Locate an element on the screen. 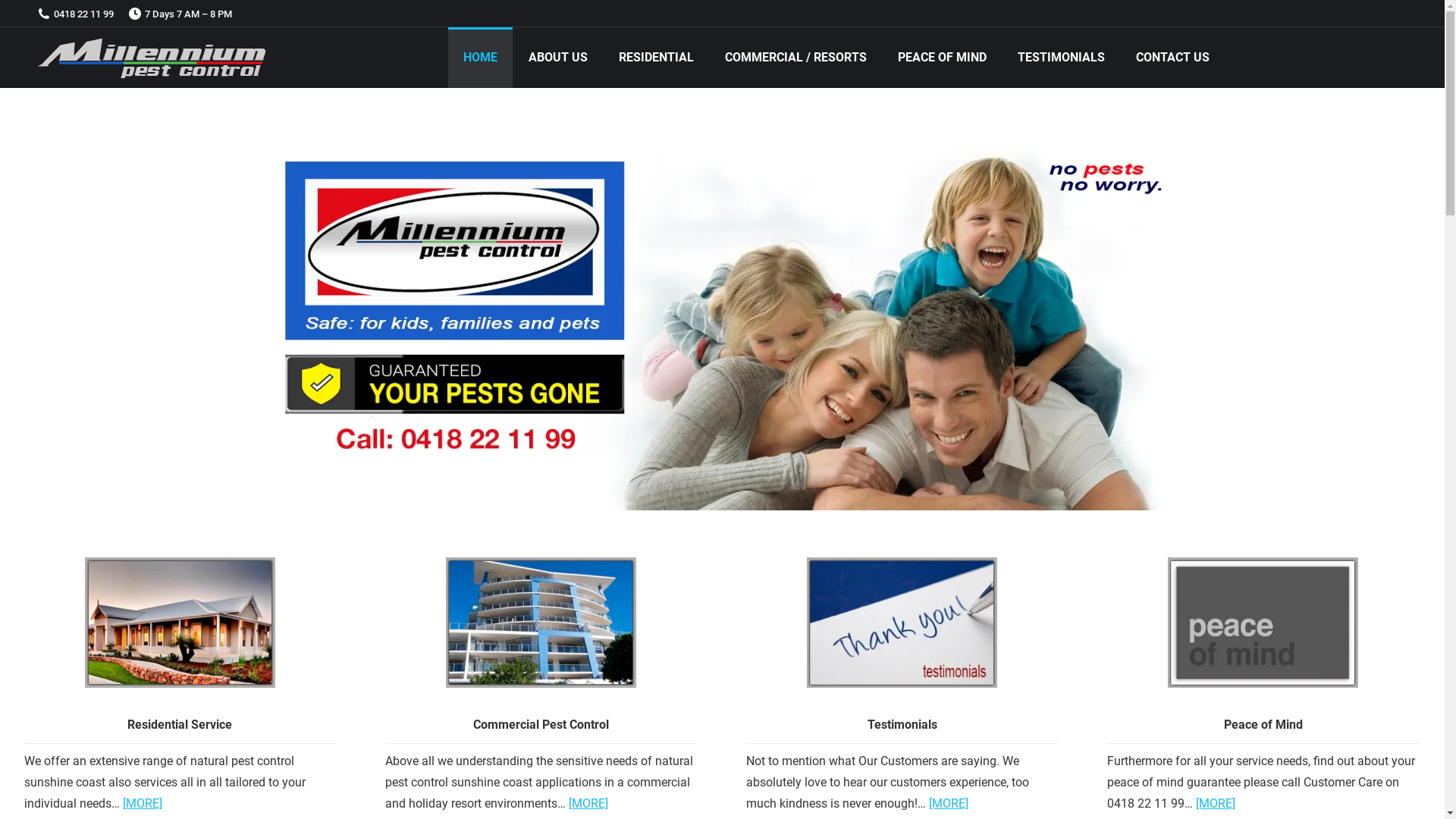  'CONTACT US' is located at coordinates (1172, 57).